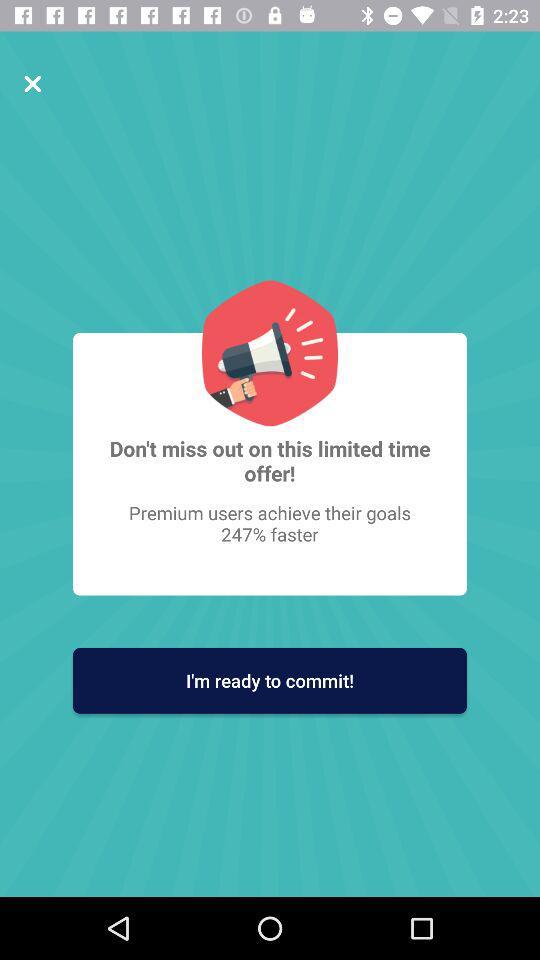 This screenshot has width=540, height=960. Describe the element at coordinates (270, 680) in the screenshot. I see `the i m ready icon` at that location.